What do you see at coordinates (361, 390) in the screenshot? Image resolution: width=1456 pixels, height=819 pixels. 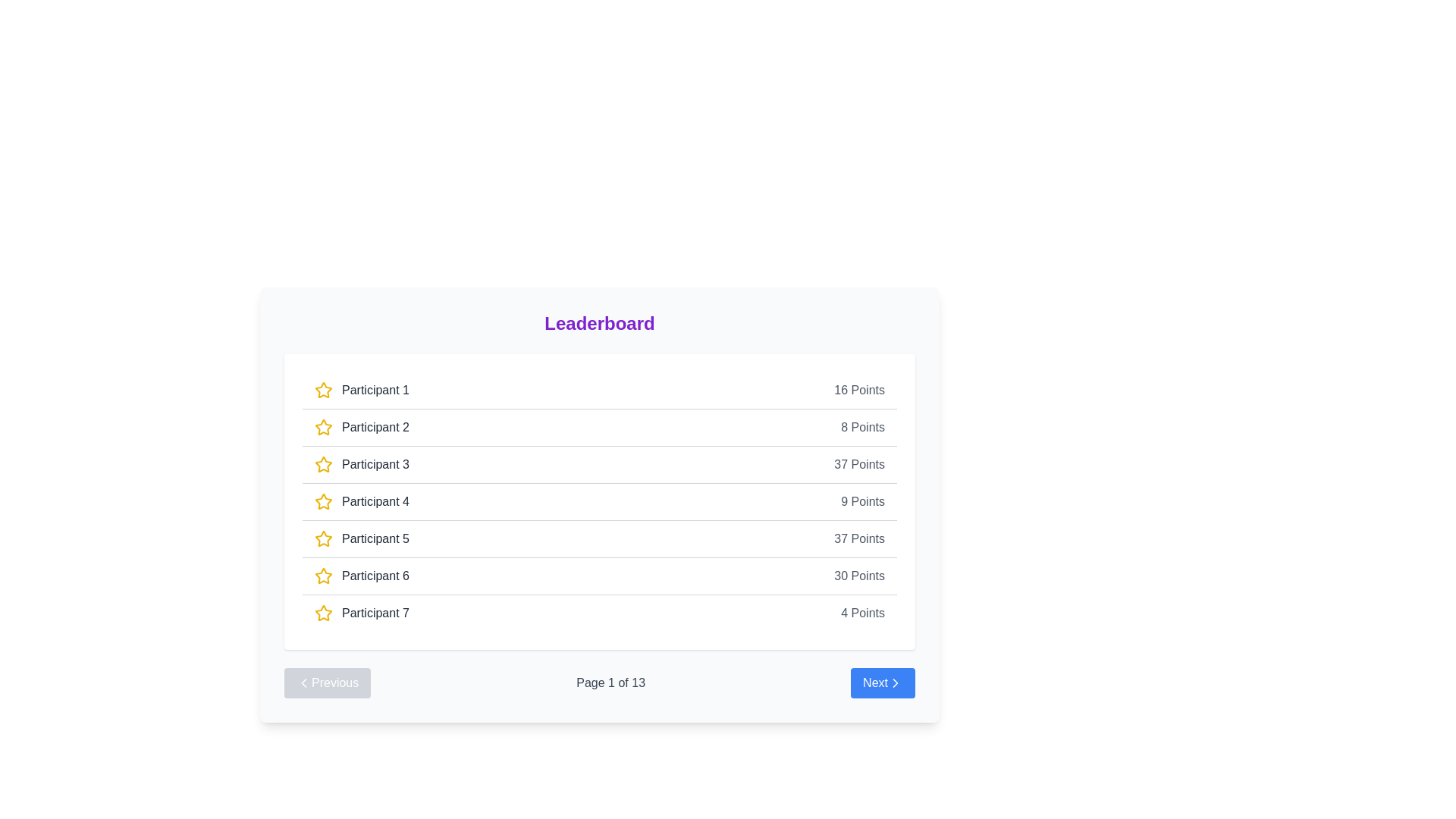 I see `participant's name displayed in the text label for 'Participant 1' on the leaderboard, which is the first item in the vertical list` at bounding box center [361, 390].